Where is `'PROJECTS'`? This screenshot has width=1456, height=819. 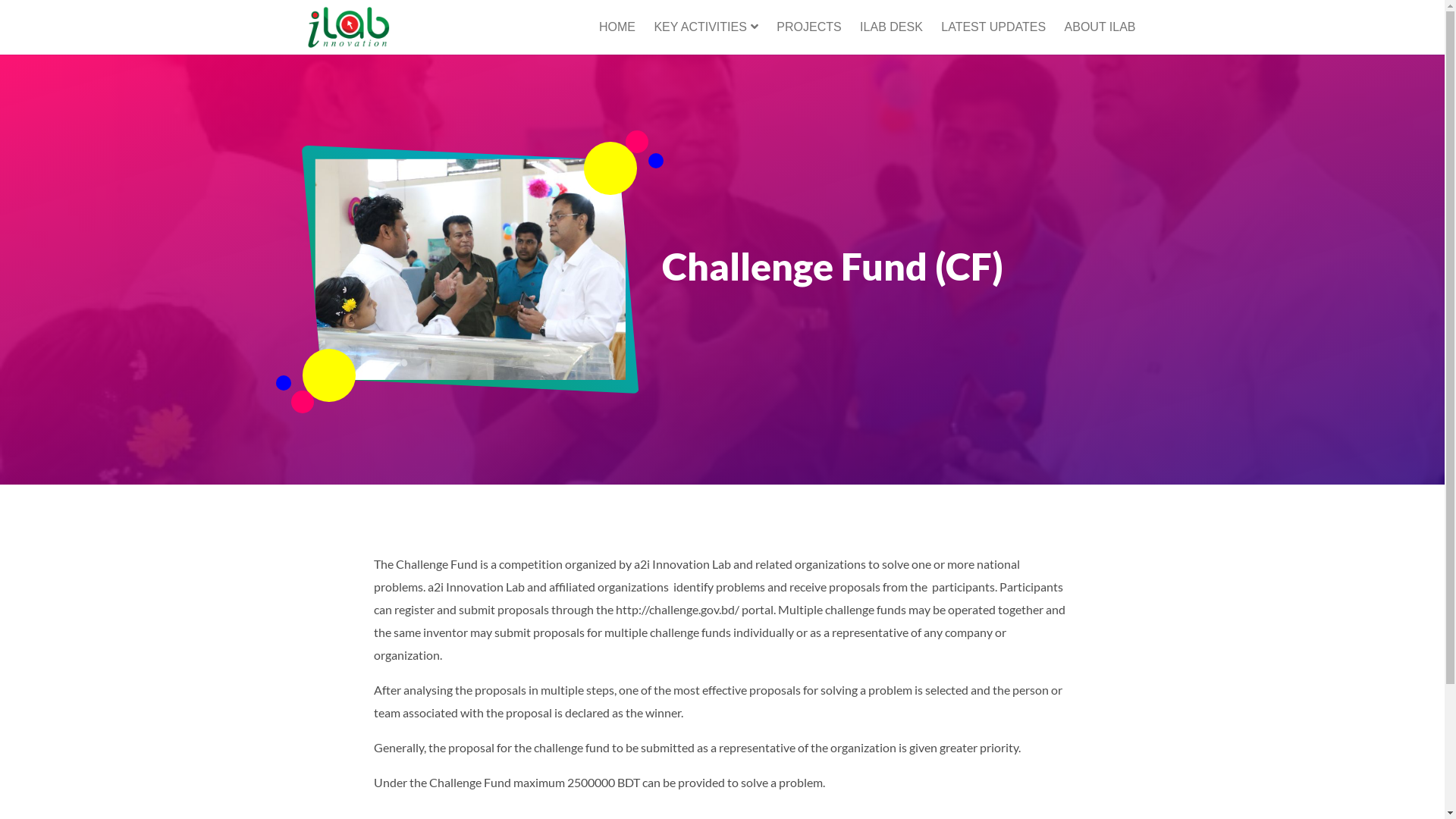
'PROJECTS' is located at coordinates (808, 27).